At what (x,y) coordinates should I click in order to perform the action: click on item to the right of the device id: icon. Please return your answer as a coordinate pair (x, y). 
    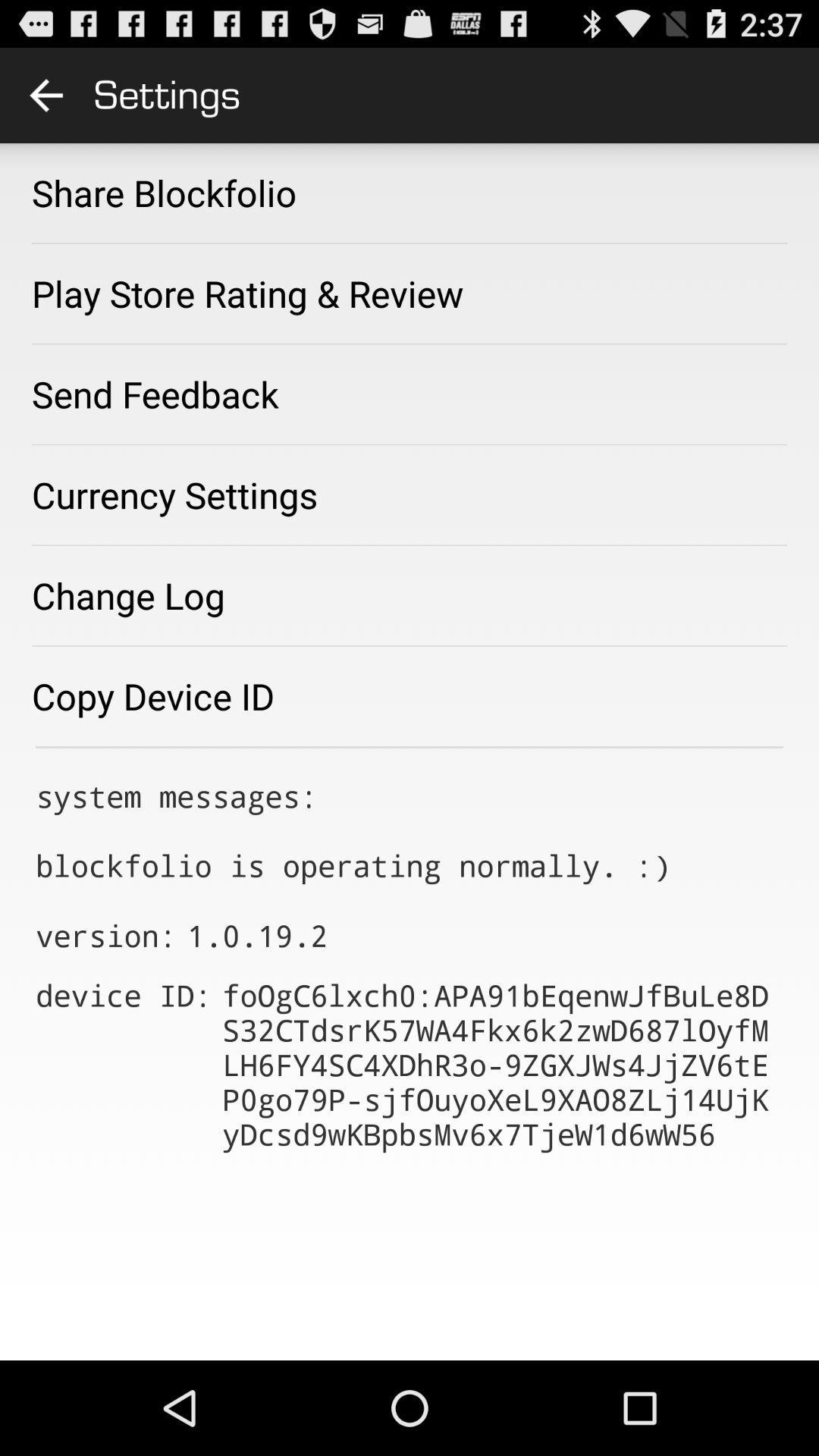
    Looking at the image, I should click on (503, 1063).